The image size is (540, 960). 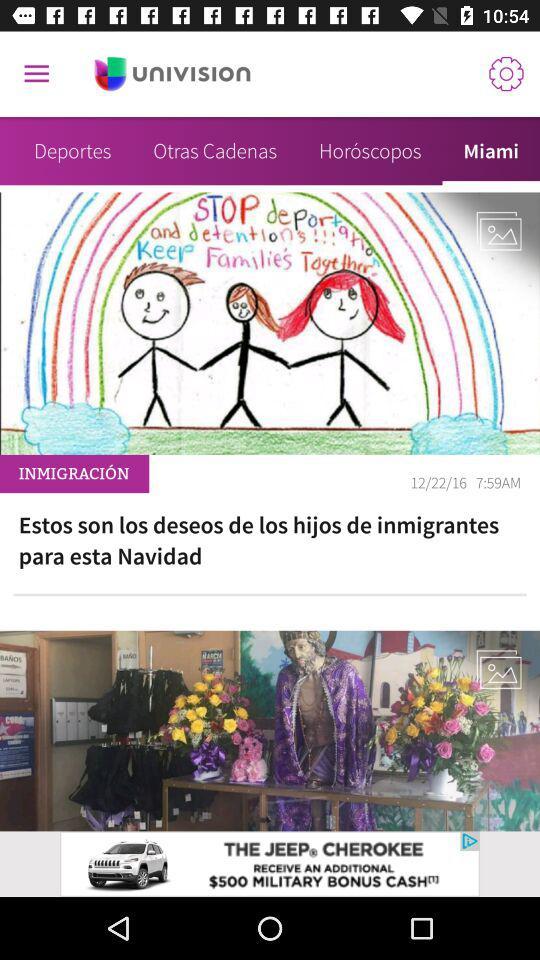 What do you see at coordinates (270, 863) in the screenshot?
I see `adverdisement page` at bounding box center [270, 863].